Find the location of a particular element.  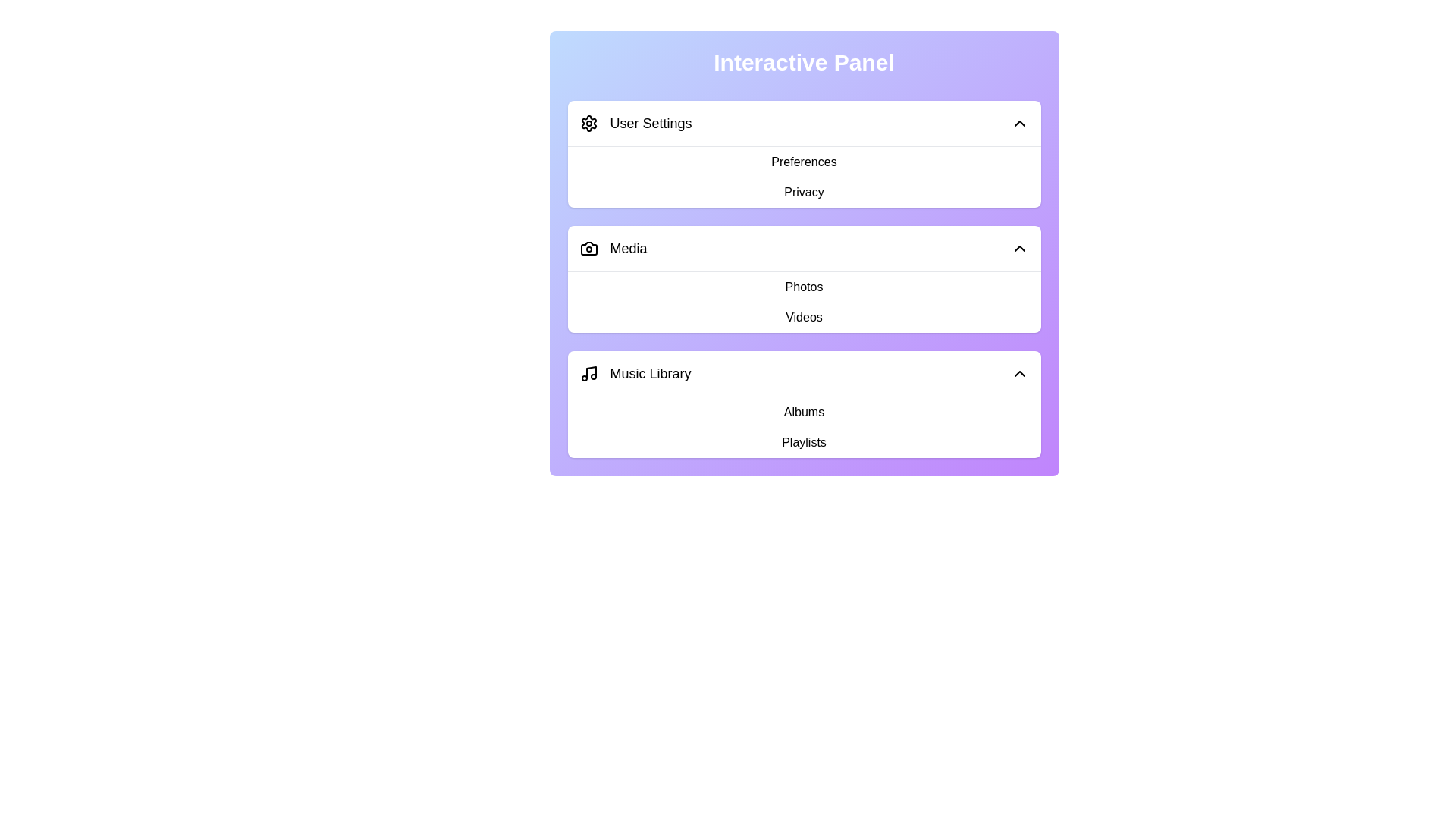

the item Playlists from the section Music Library is located at coordinates (607, 417).